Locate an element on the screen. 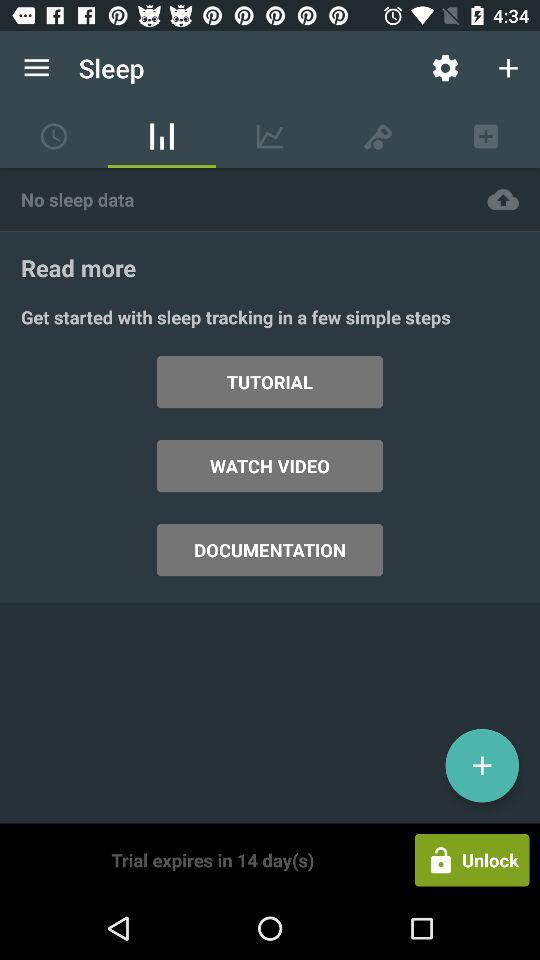 This screenshot has width=540, height=960. the item above the trial expires in icon is located at coordinates (270, 550).